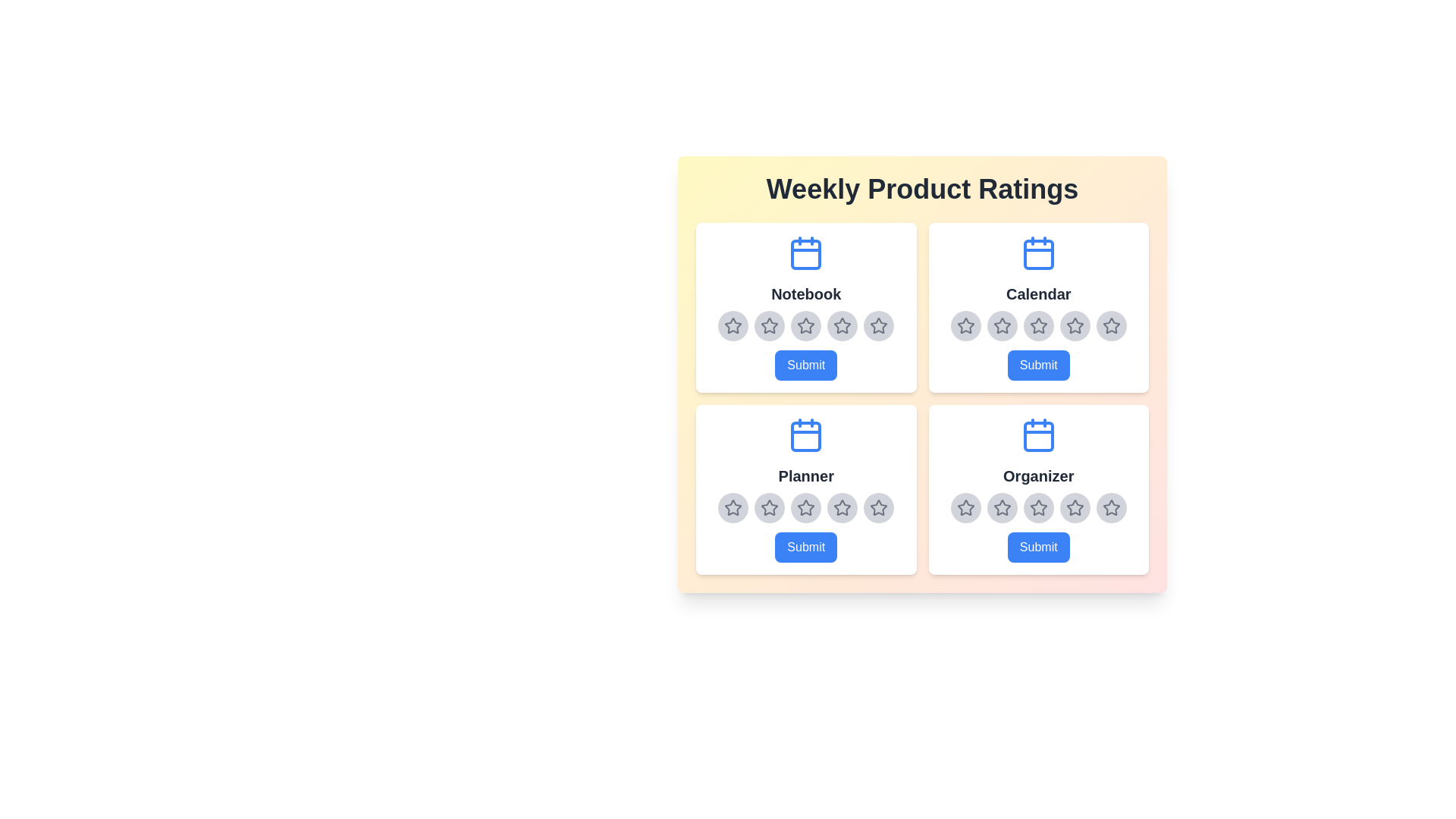 The width and height of the screenshot is (1456, 819). Describe the element at coordinates (805, 366) in the screenshot. I see `submit button for the product Notebook` at that location.